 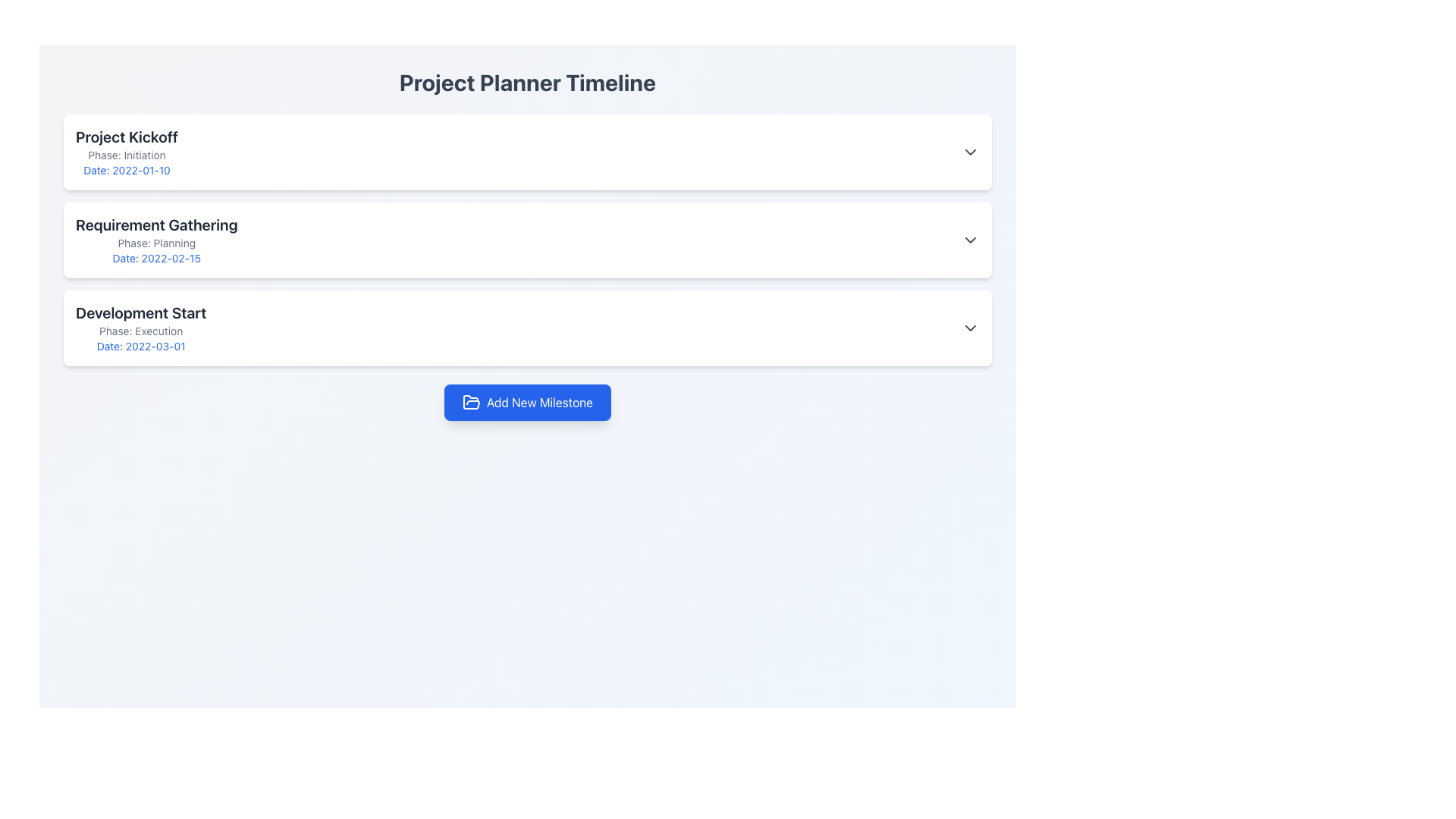 What do you see at coordinates (470, 401) in the screenshot?
I see `the blue open folder icon located above the 'Add New Milestone' button` at bounding box center [470, 401].